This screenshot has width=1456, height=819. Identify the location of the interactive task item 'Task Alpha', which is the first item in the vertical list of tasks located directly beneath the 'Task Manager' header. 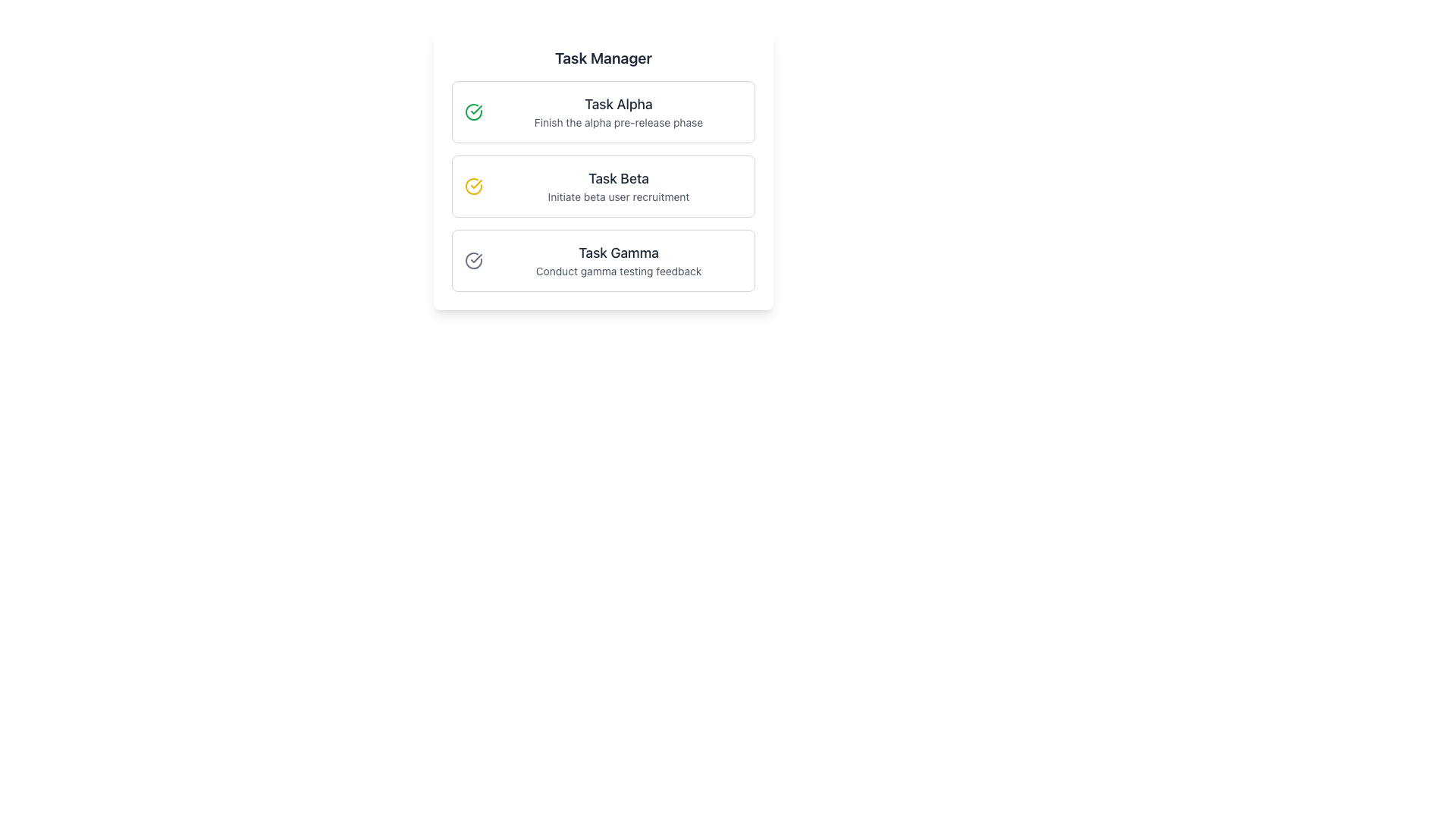
(603, 111).